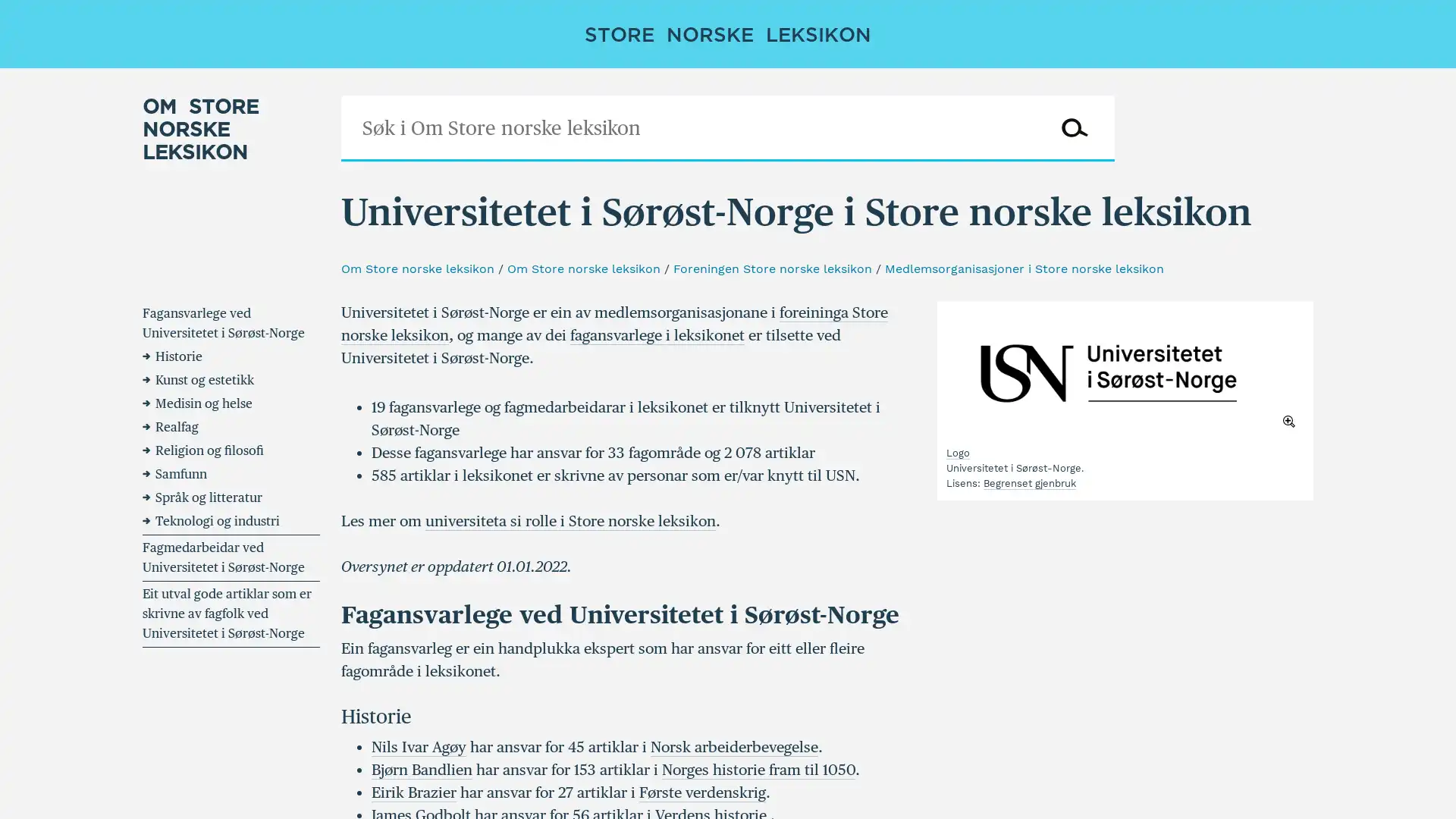 This screenshot has width=1456, height=819. What do you see at coordinates (1073, 127) in the screenshot?
I see `Sk` at bounding box center [1073, 127].